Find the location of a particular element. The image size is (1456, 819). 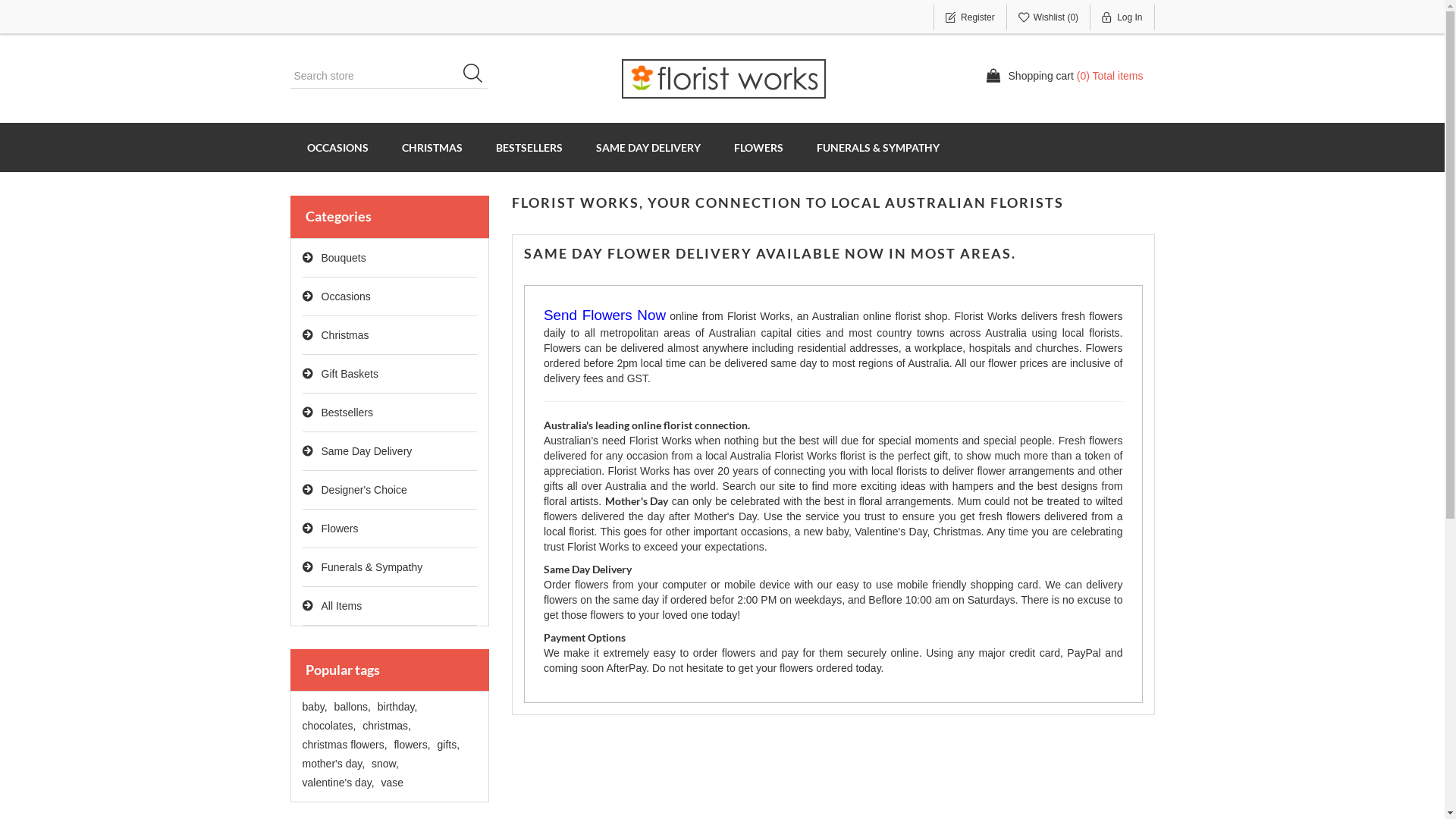

'christmas,' is located at coordinates (386, 724).